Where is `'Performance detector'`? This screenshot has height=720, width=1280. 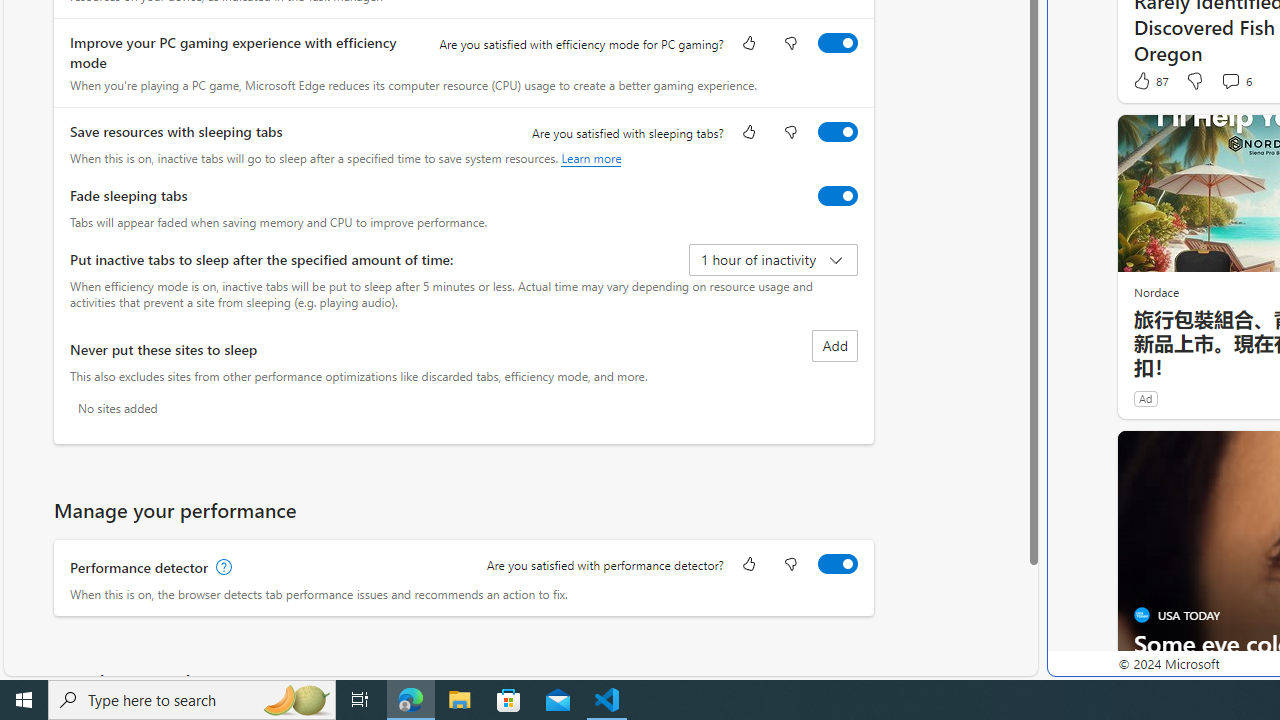
'Performance detector' is located at coordinates (837, 563).